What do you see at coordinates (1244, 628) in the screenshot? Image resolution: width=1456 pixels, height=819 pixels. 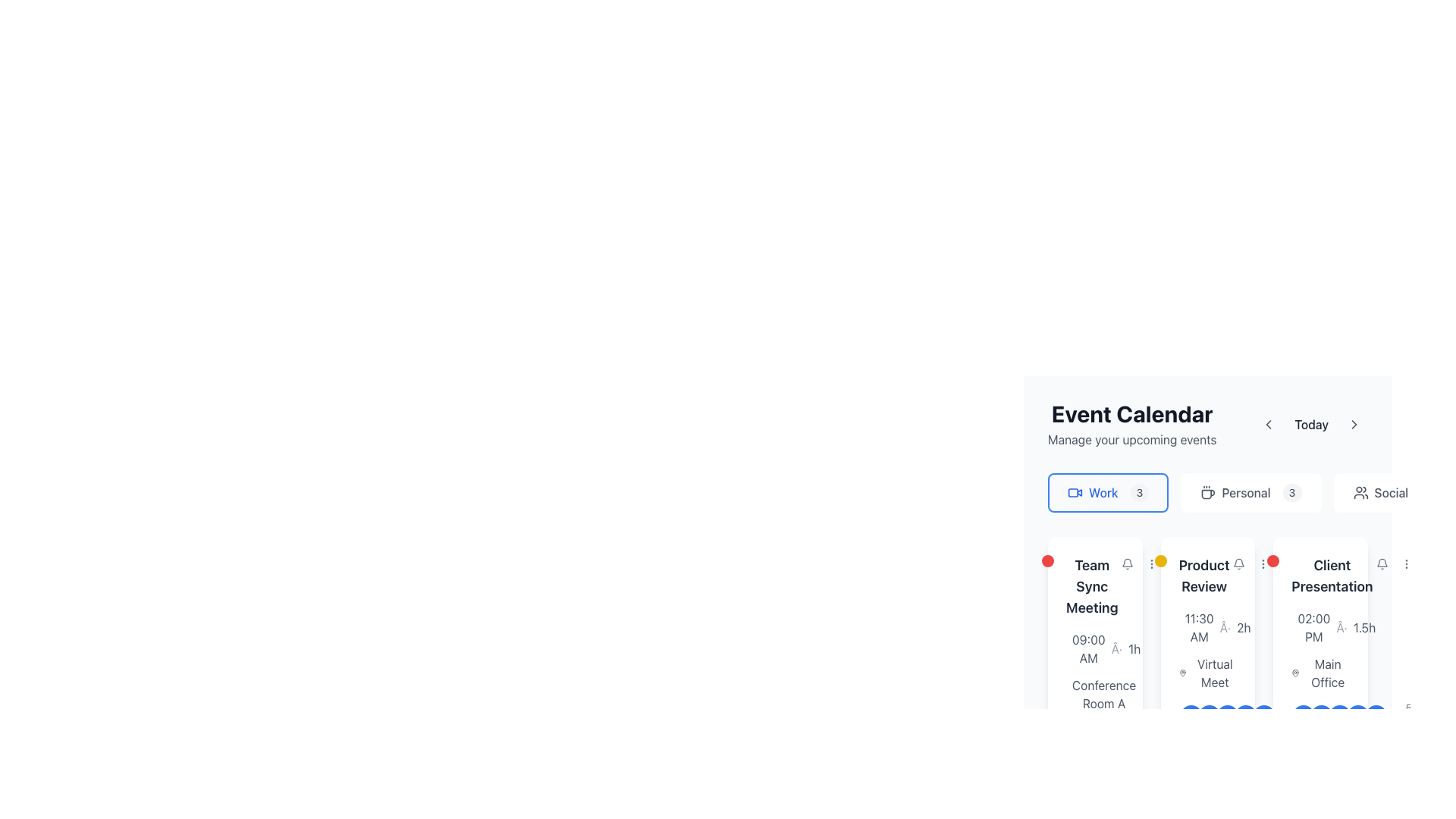 I see `text label indicating the duration of the 'Product Review' event, which specifies it lasts for 2 hours, located to the right of the time label '11:30 AM'` at bounding box center [1244, 628].